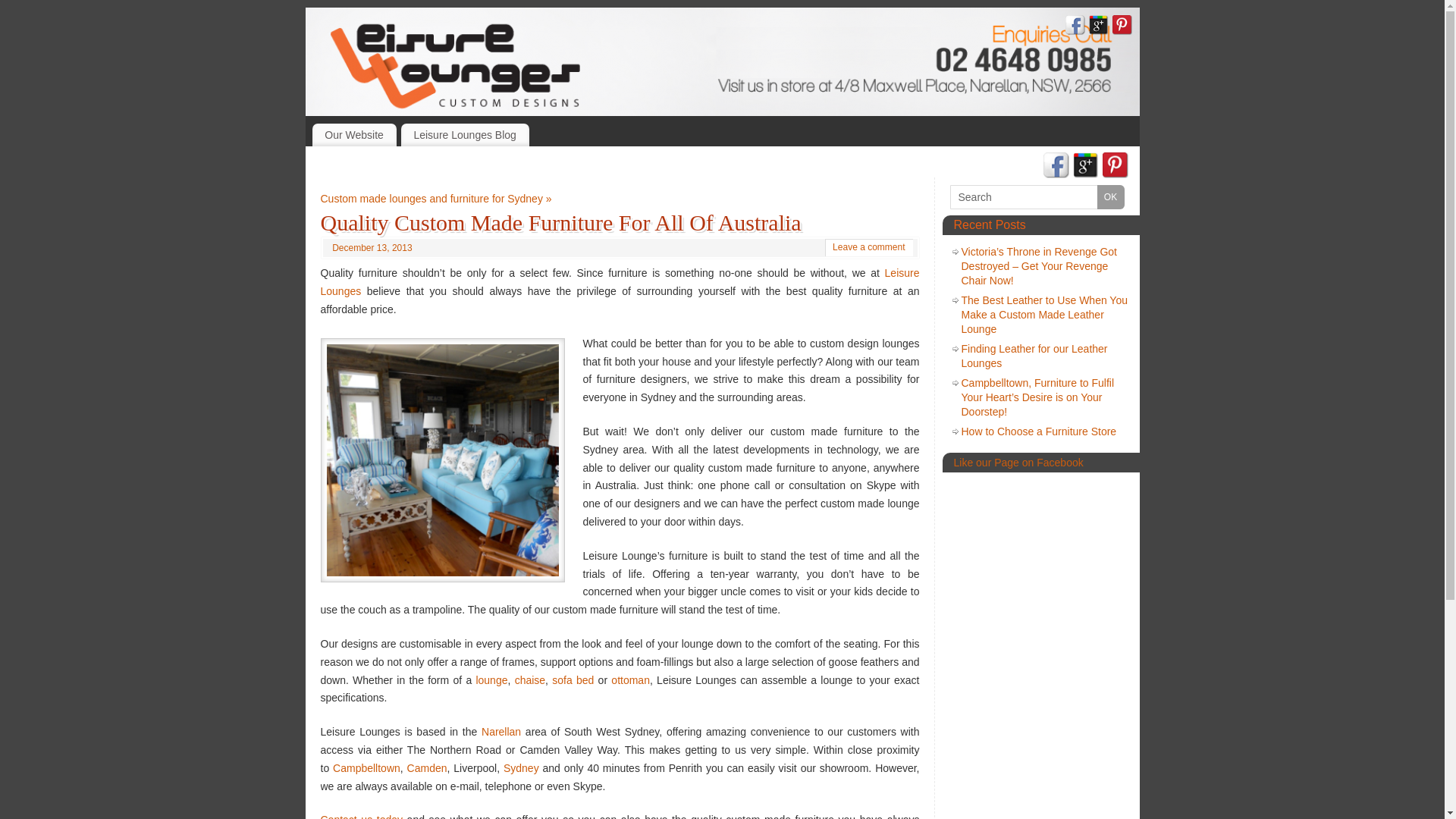 The width and height of the screenshot is (1456, 819). Describe the element at coordinates (501, 730) in the screenshot. I see `'Narellan'` at that location.